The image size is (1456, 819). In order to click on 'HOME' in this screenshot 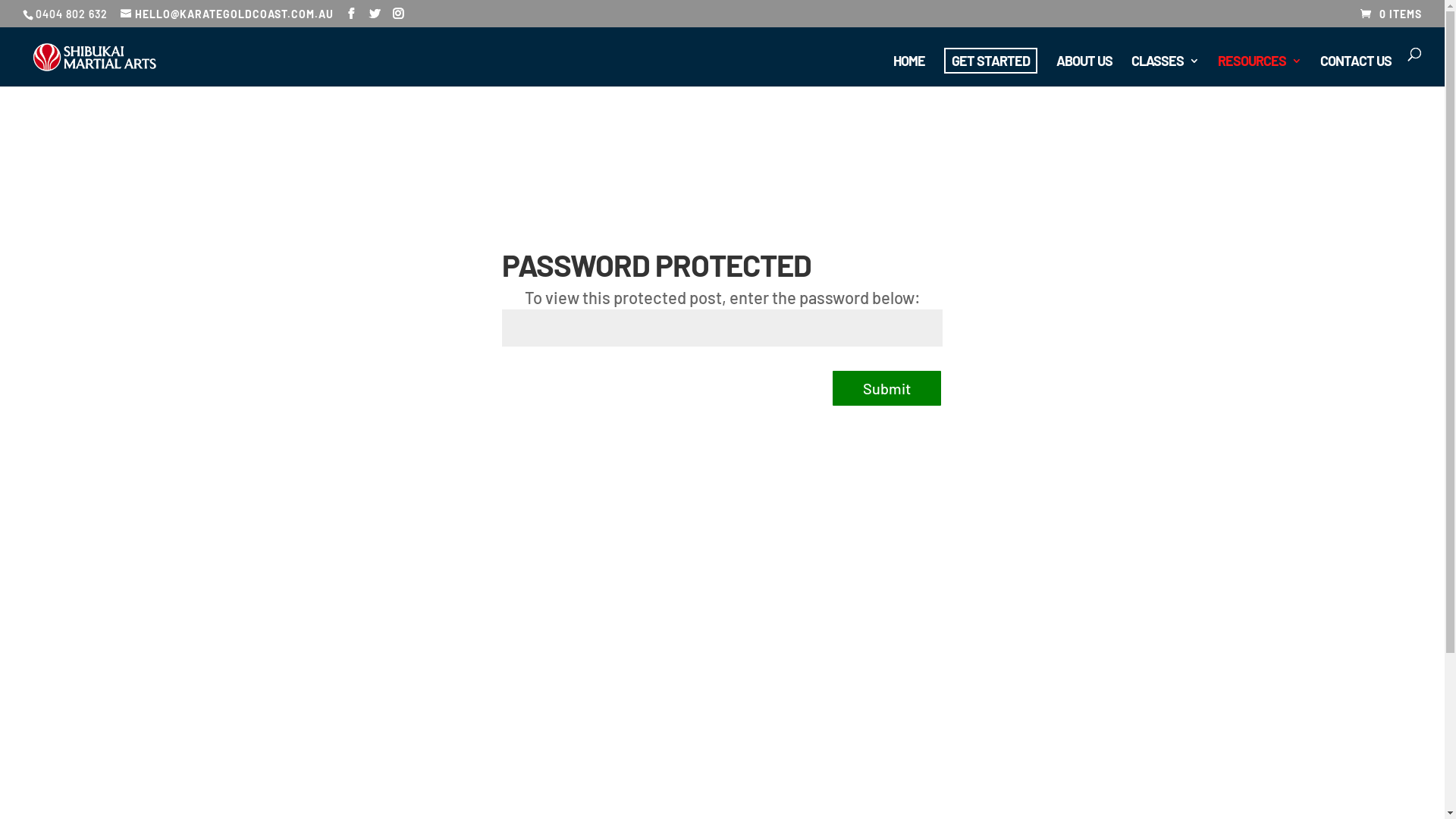, I will do `click(909, 71)`.